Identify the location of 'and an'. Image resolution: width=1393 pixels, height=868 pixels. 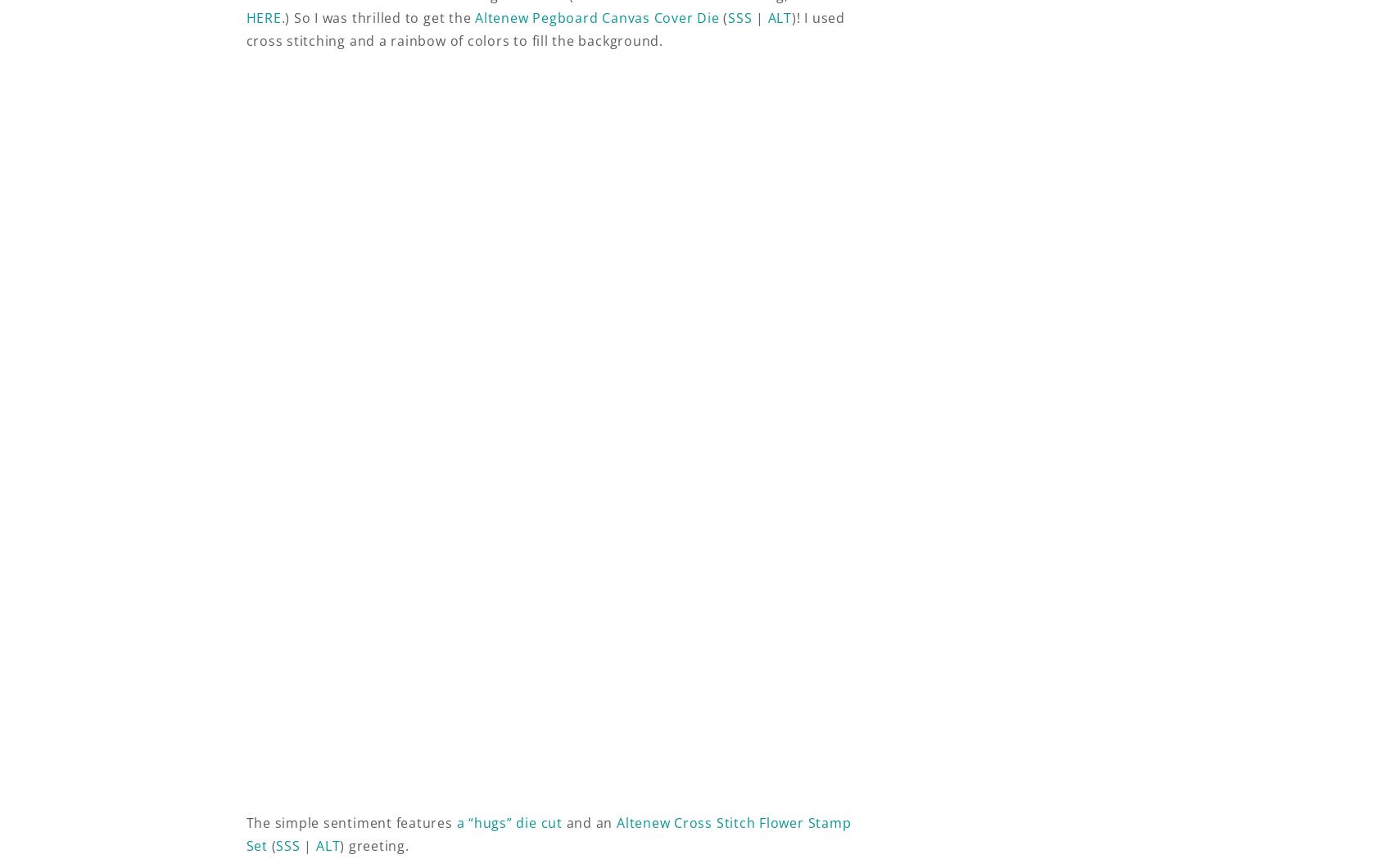
(588, 821).